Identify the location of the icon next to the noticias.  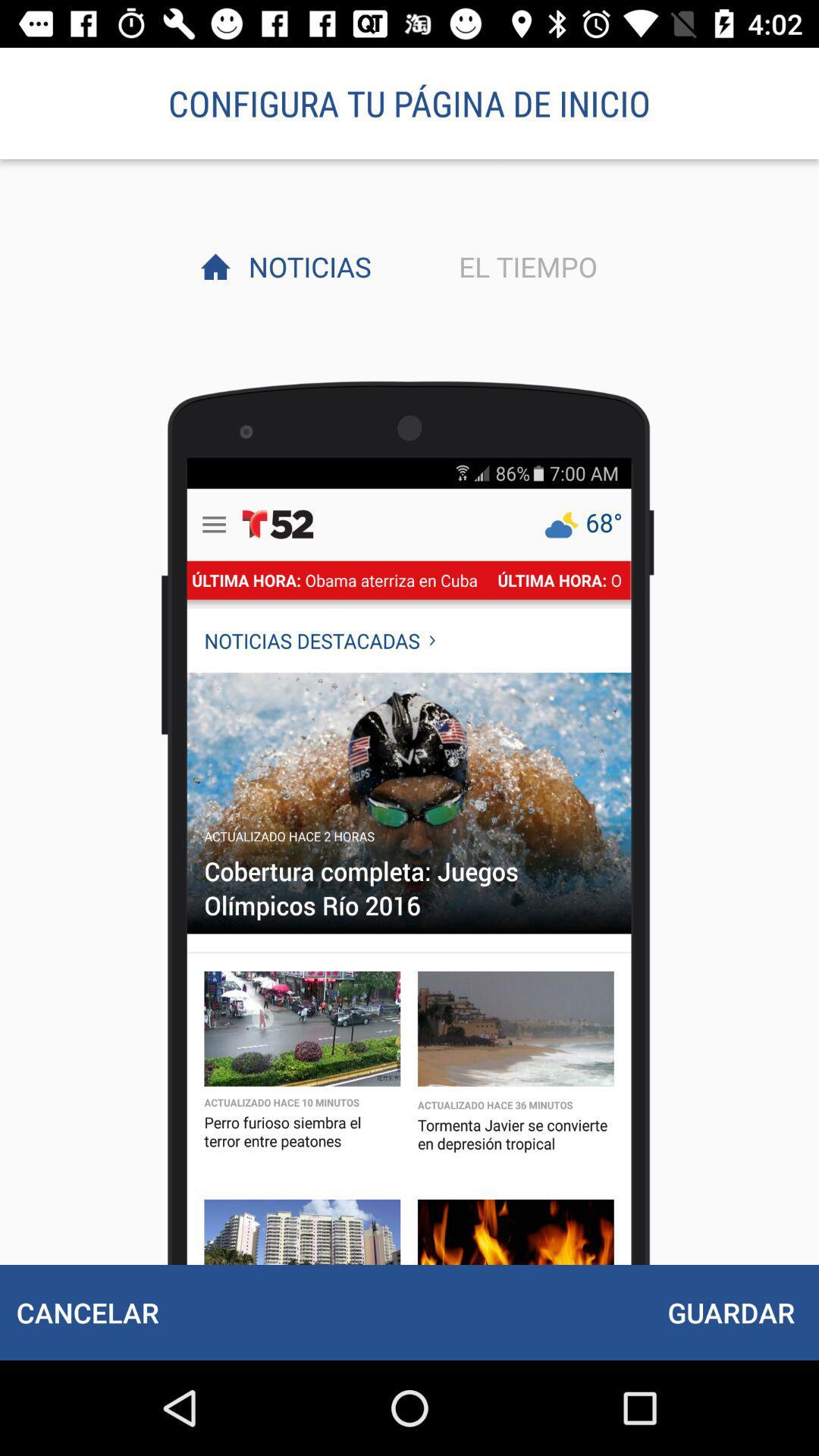
(523, 266).